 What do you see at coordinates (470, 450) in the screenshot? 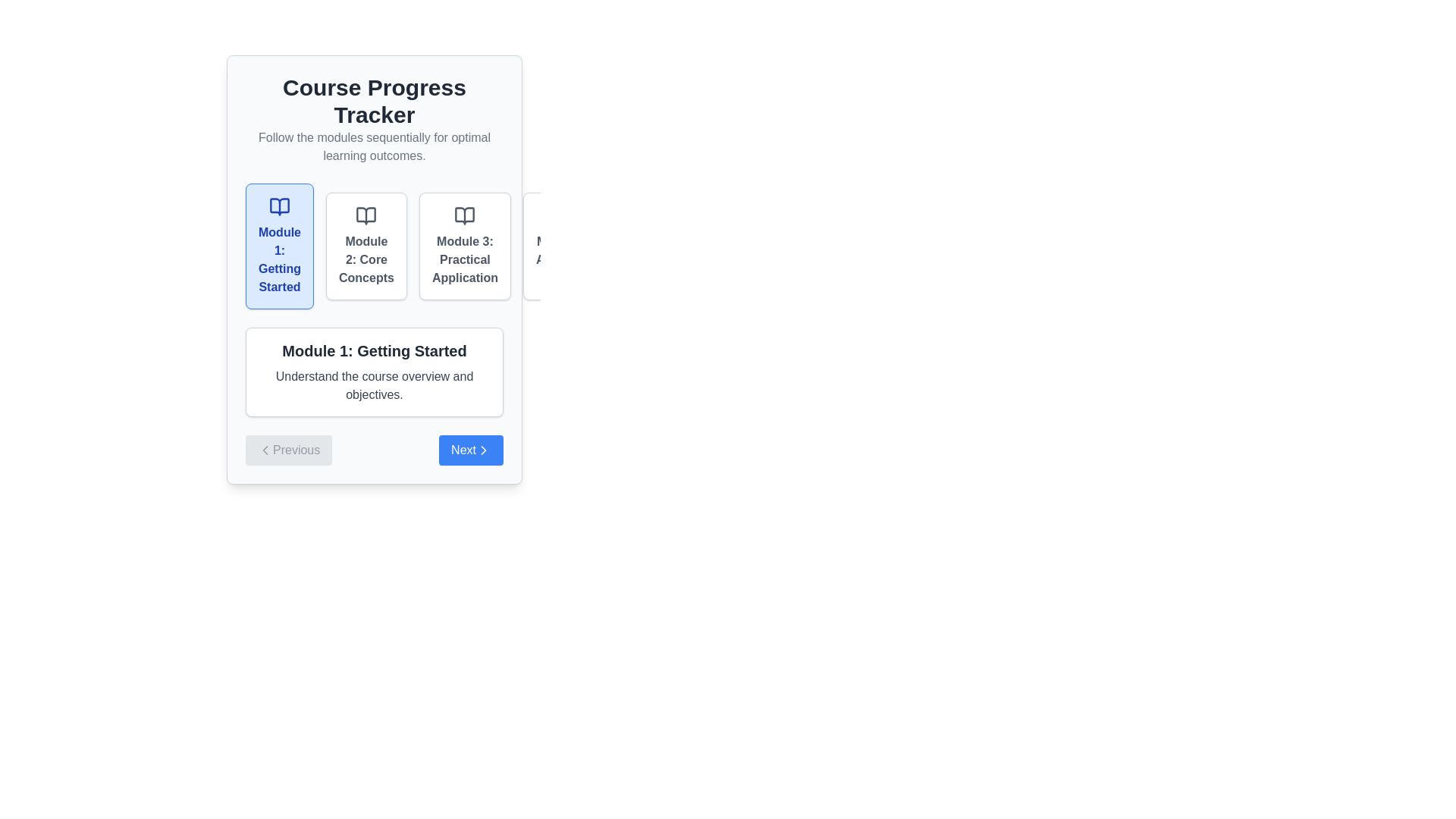
I see `the blue 'Next' button with rounded corners, which contains the text 'Next' and a rightward-facing arrow icon, to observe any hover effect` at bounding box center [470, 450].